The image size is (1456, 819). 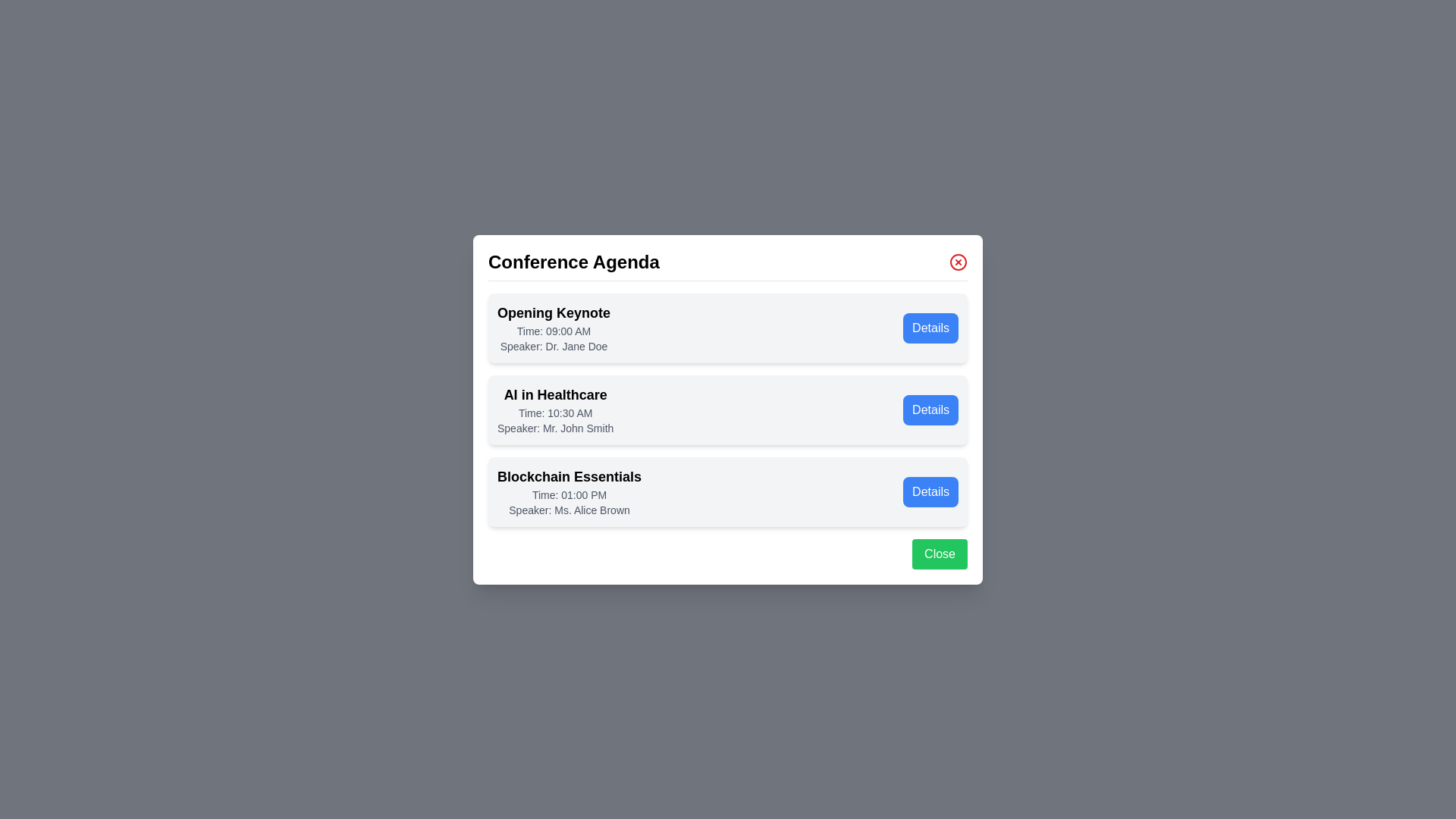 I want to click on the close button at the top right of the dialog, so click(x=957, y=261).